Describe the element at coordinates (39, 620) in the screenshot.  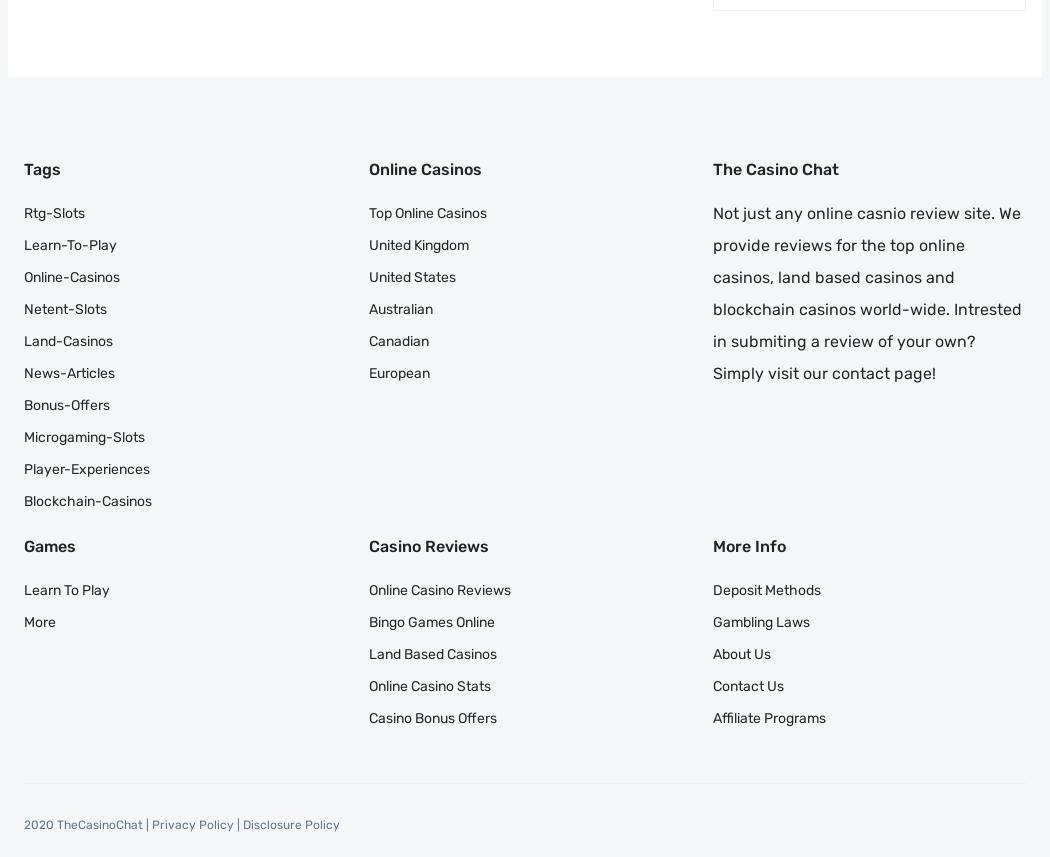
I see `'More'` at that location.